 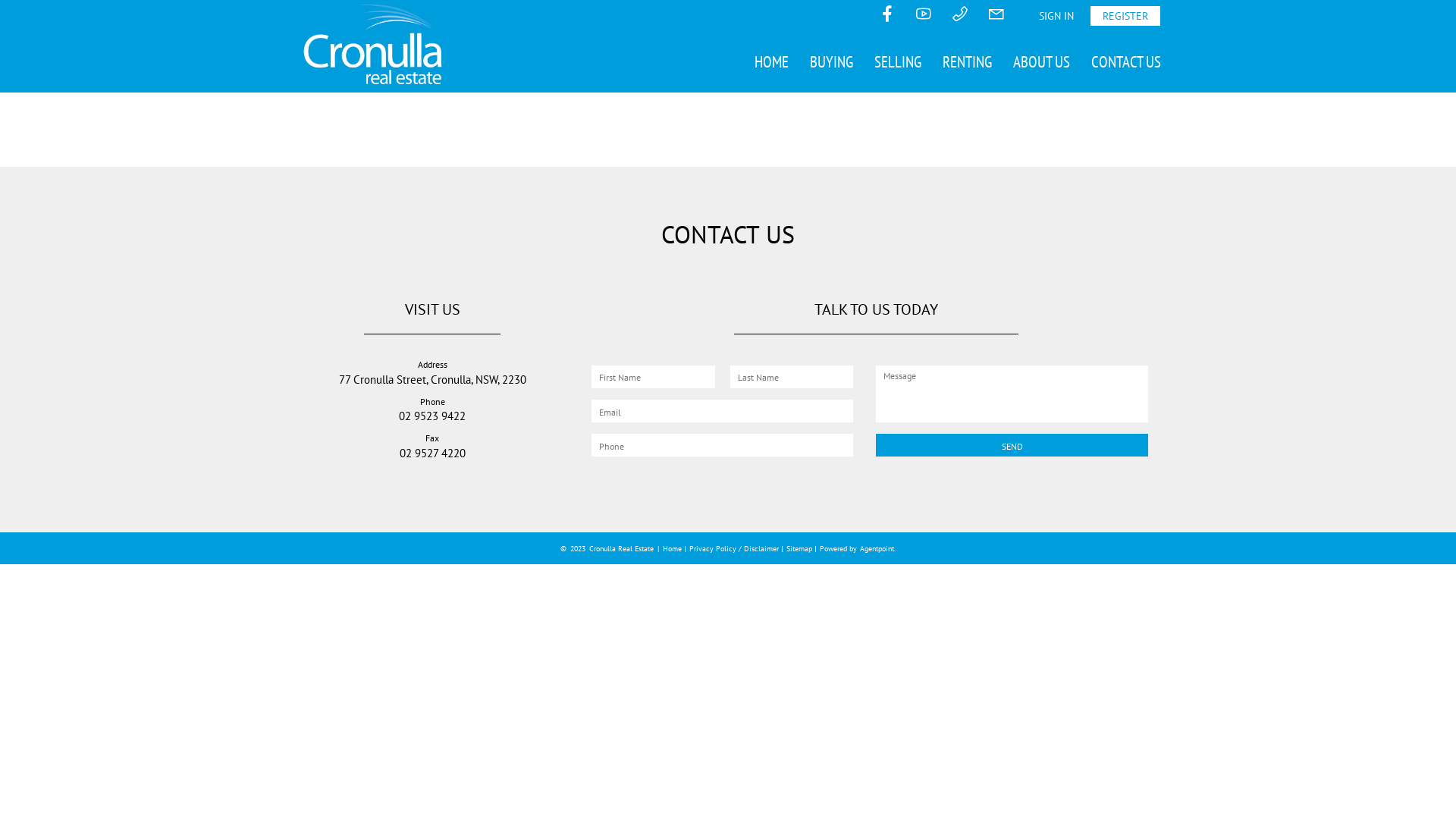 I want to click on 'Home', so click(x=662, y=548).